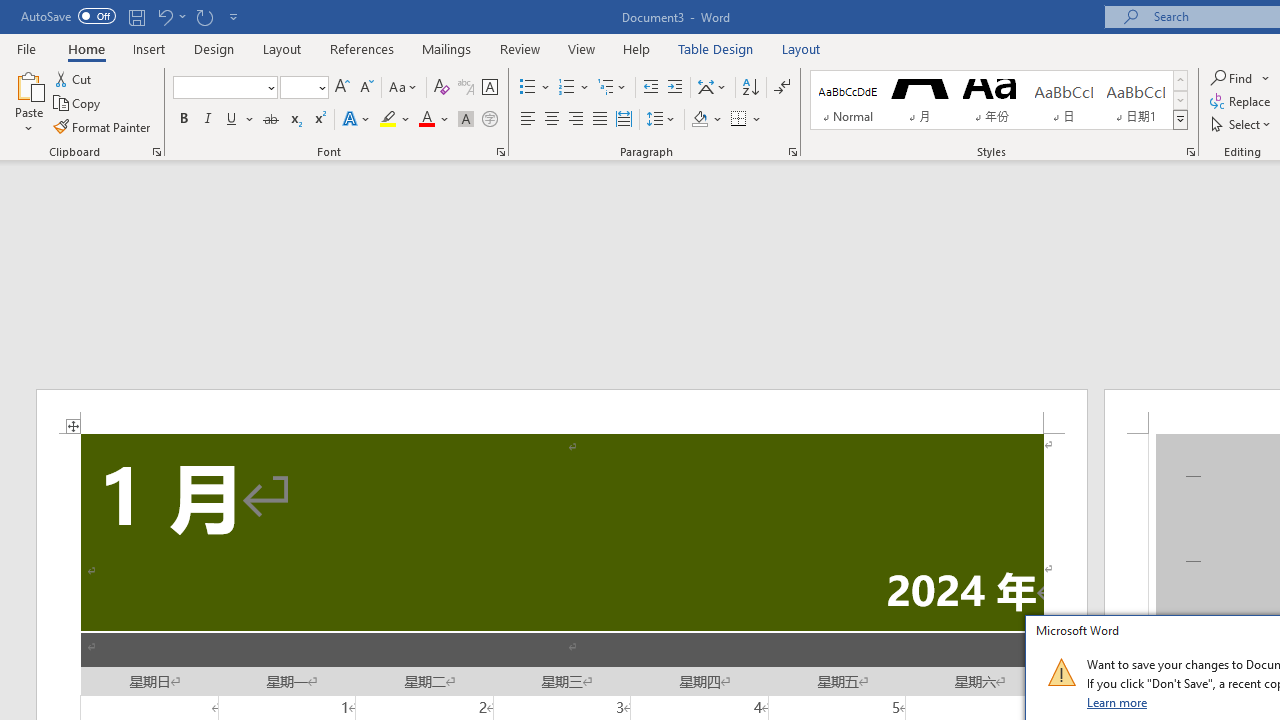 The width and height of the screenshot is (1280, 720). Describe the element at coordinates (489, 119) in the screenshot. I see `'Enclose Characters...'` at that location.